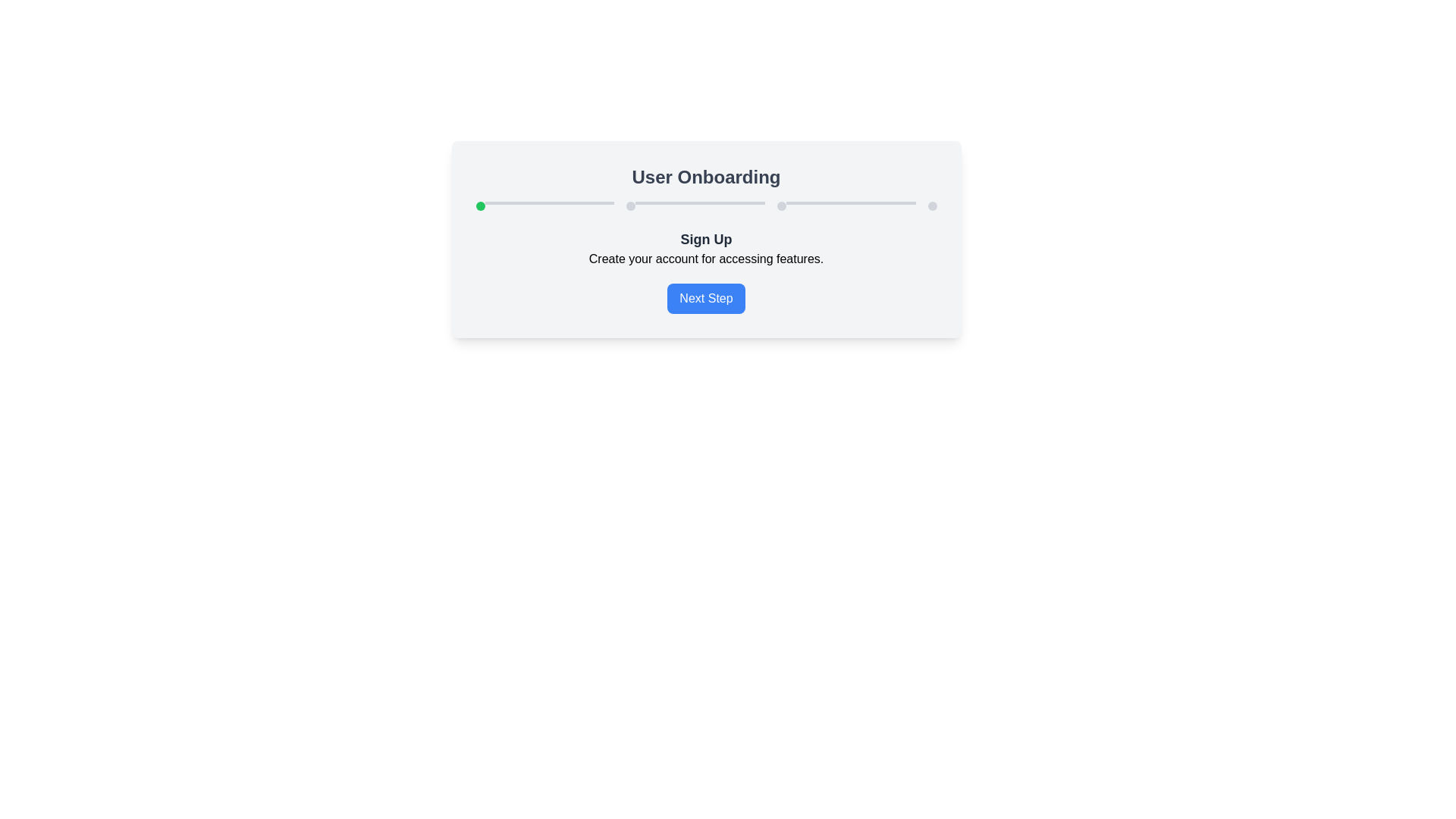 The image size is (1456, 819). What do you see at coordinates (699, 202) in the screenshot?
I see `the fourth segment of the progress bar, which is positioned between two small gray circles, to visually indicate progress` at bounding box center [699, 202].